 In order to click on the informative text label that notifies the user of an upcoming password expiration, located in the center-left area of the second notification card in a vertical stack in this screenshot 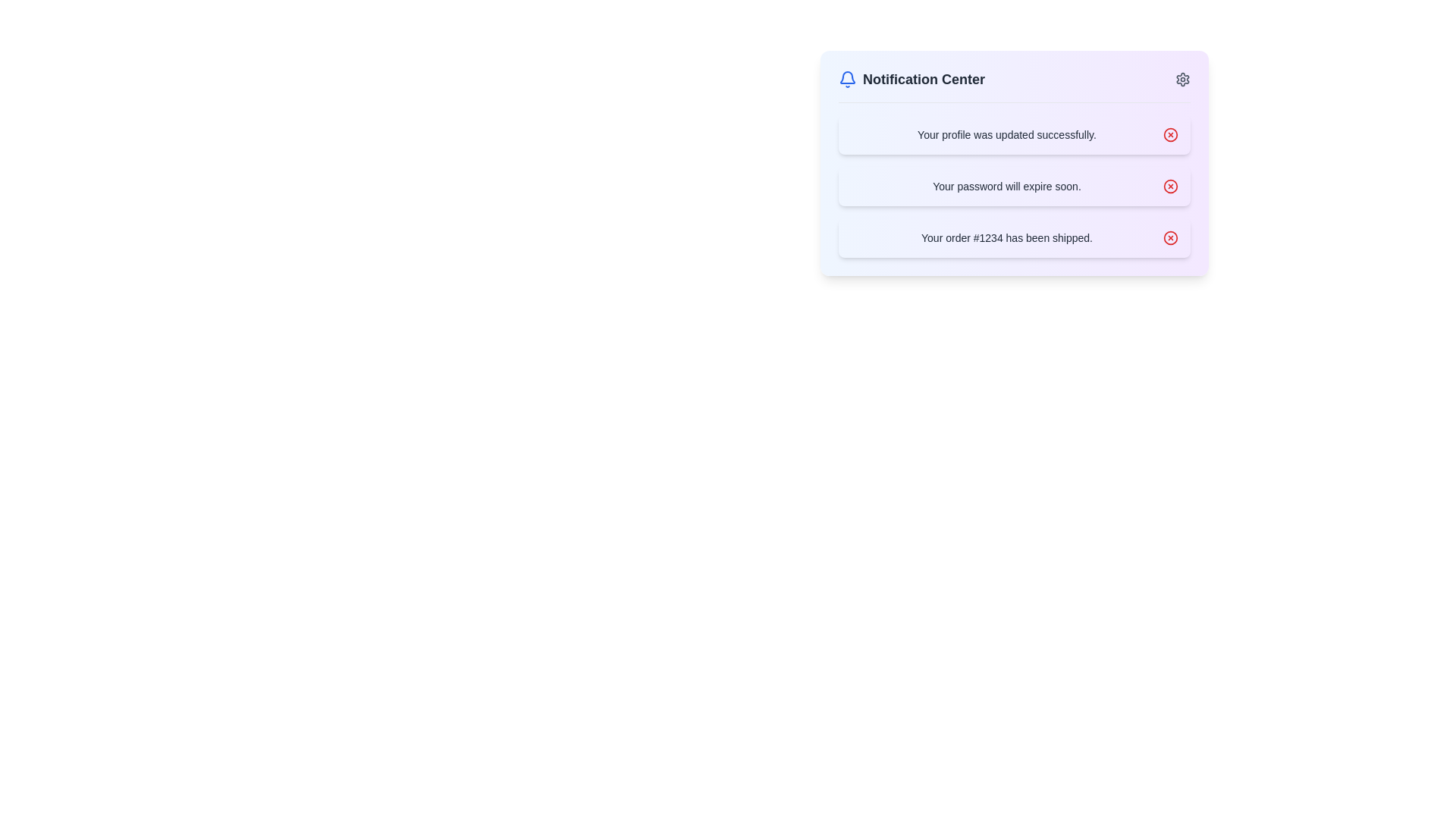, I will do `click(1007, 186)`.